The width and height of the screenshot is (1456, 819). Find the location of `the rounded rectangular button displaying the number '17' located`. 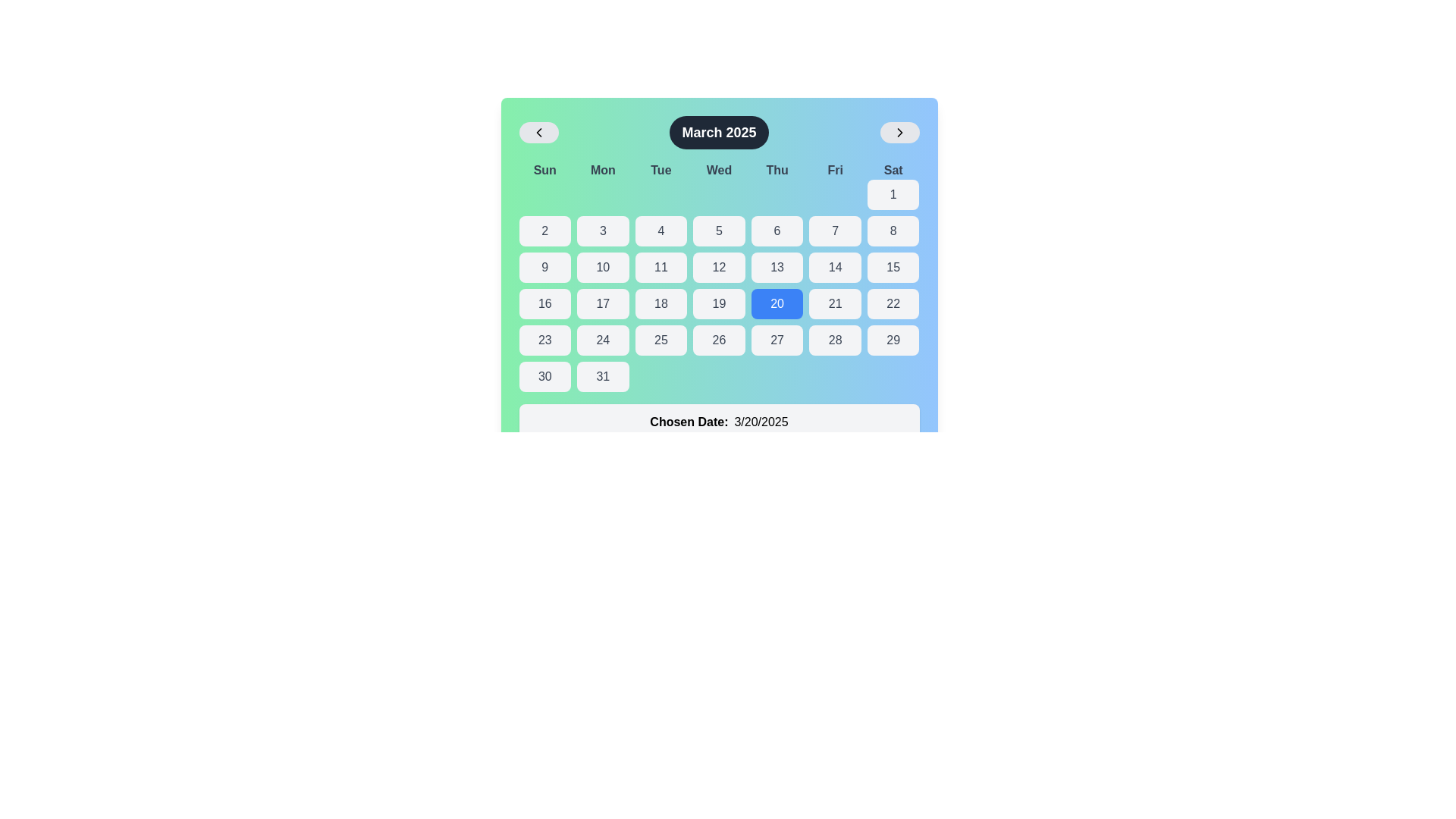

the rounded rectangular button displaying the number '17' located is located at coordinates (602, 304).